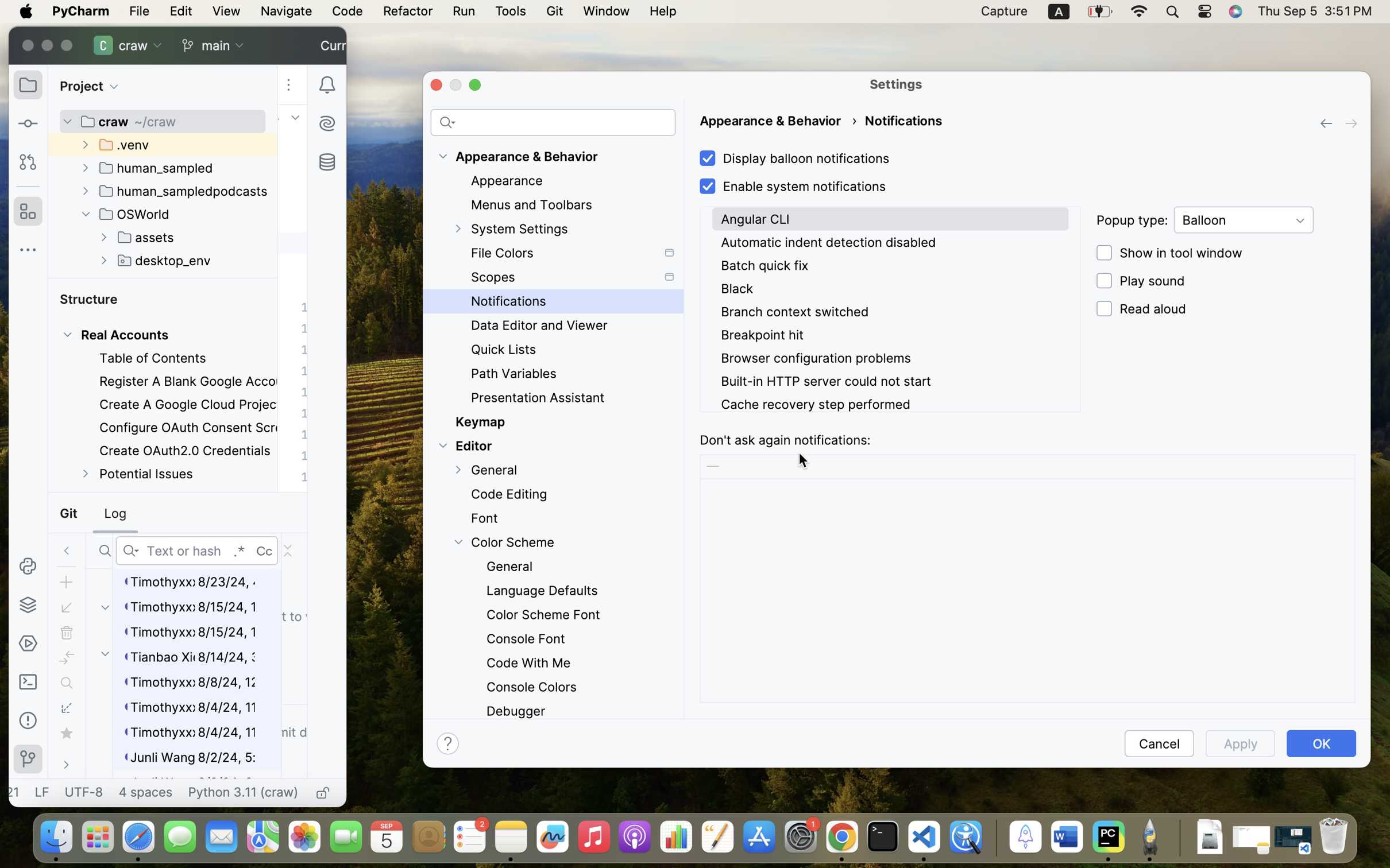  Describe the element at coordinates (896, 83) in the screenshot. I see `'Settings'` at that location.